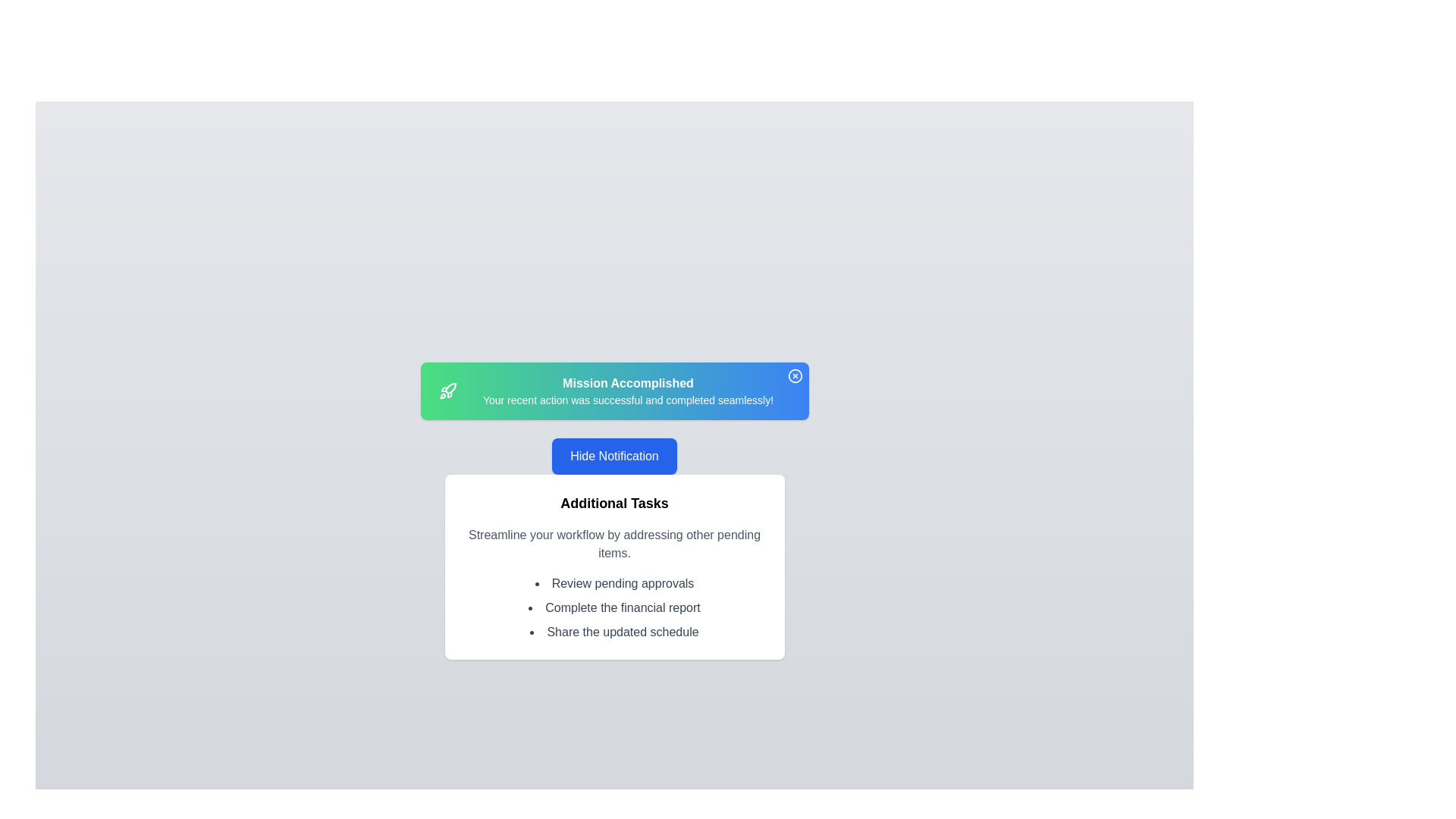 The height and width of the screenshot is (819, 1456). I want to click on the list item 'Review pending approvals' in the 'Additional Tasks' section, so click(614, 583).